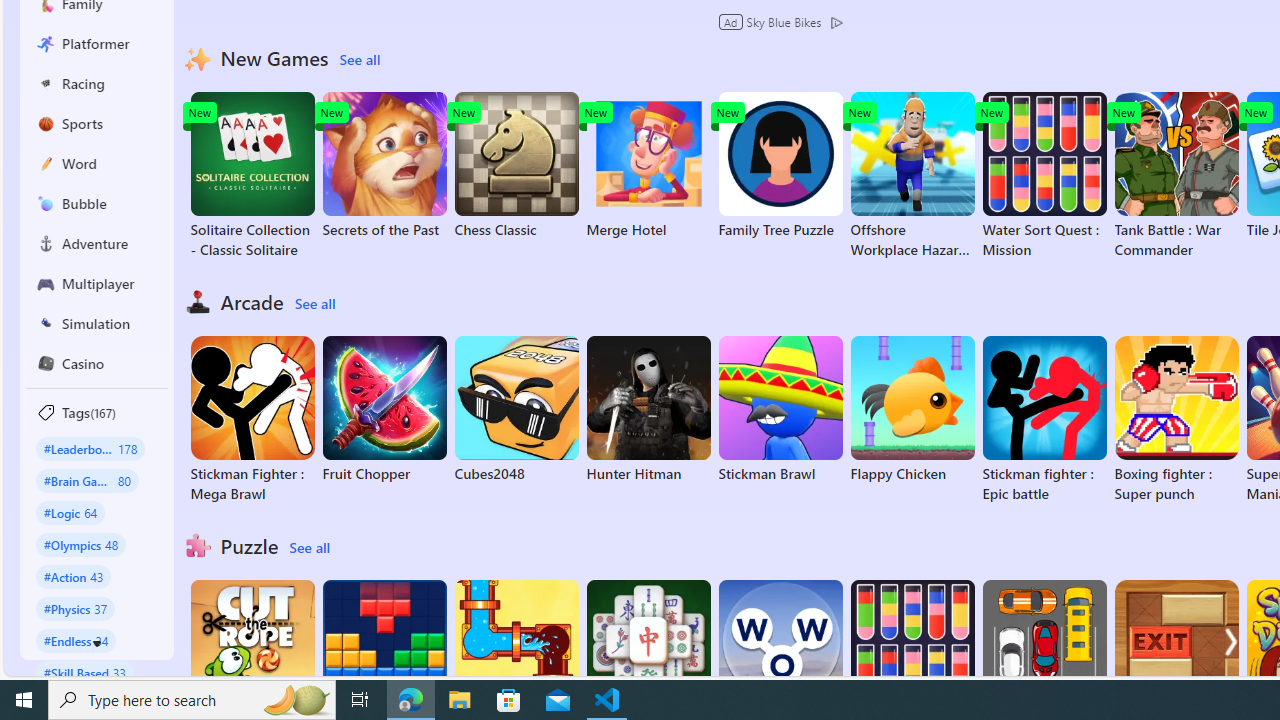  Describe the element at coordinates (86, 480) in the screenshot. I see `'#Brain Games 80'` at that location.